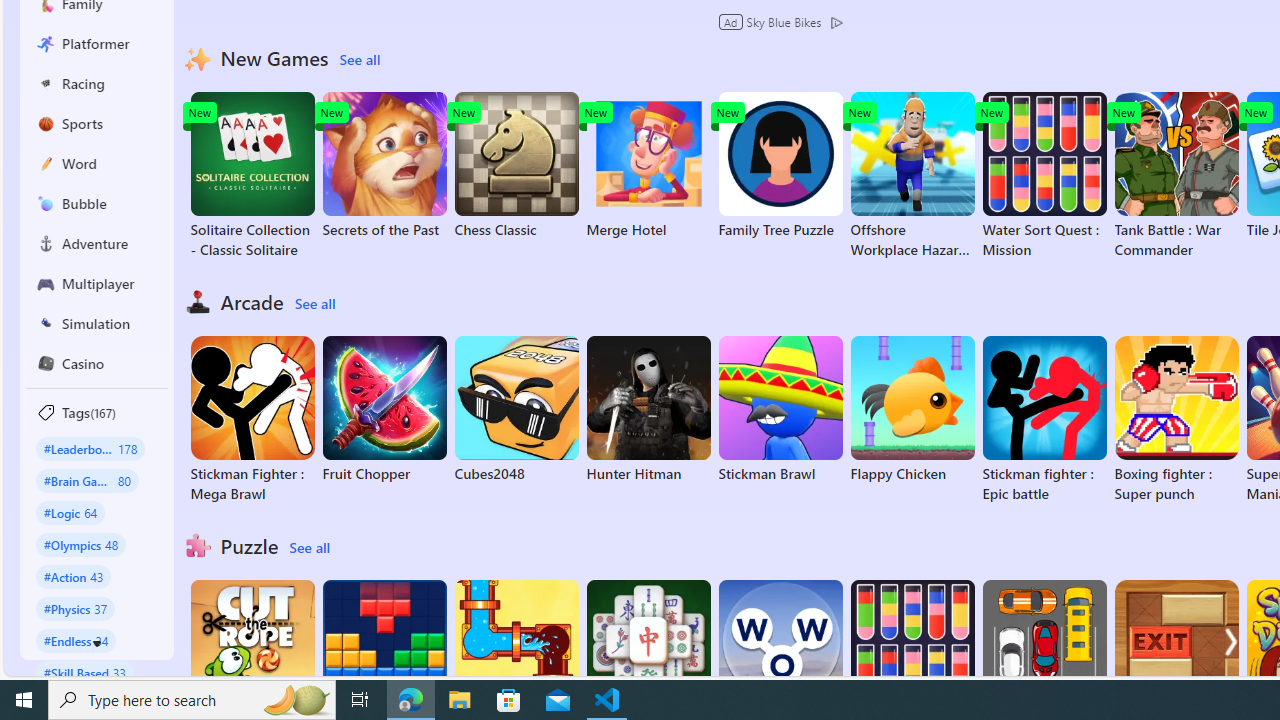  Describe the element at coordinates (86, 480) in the screenshot. I see `'#Brain Games 80'` at that location.